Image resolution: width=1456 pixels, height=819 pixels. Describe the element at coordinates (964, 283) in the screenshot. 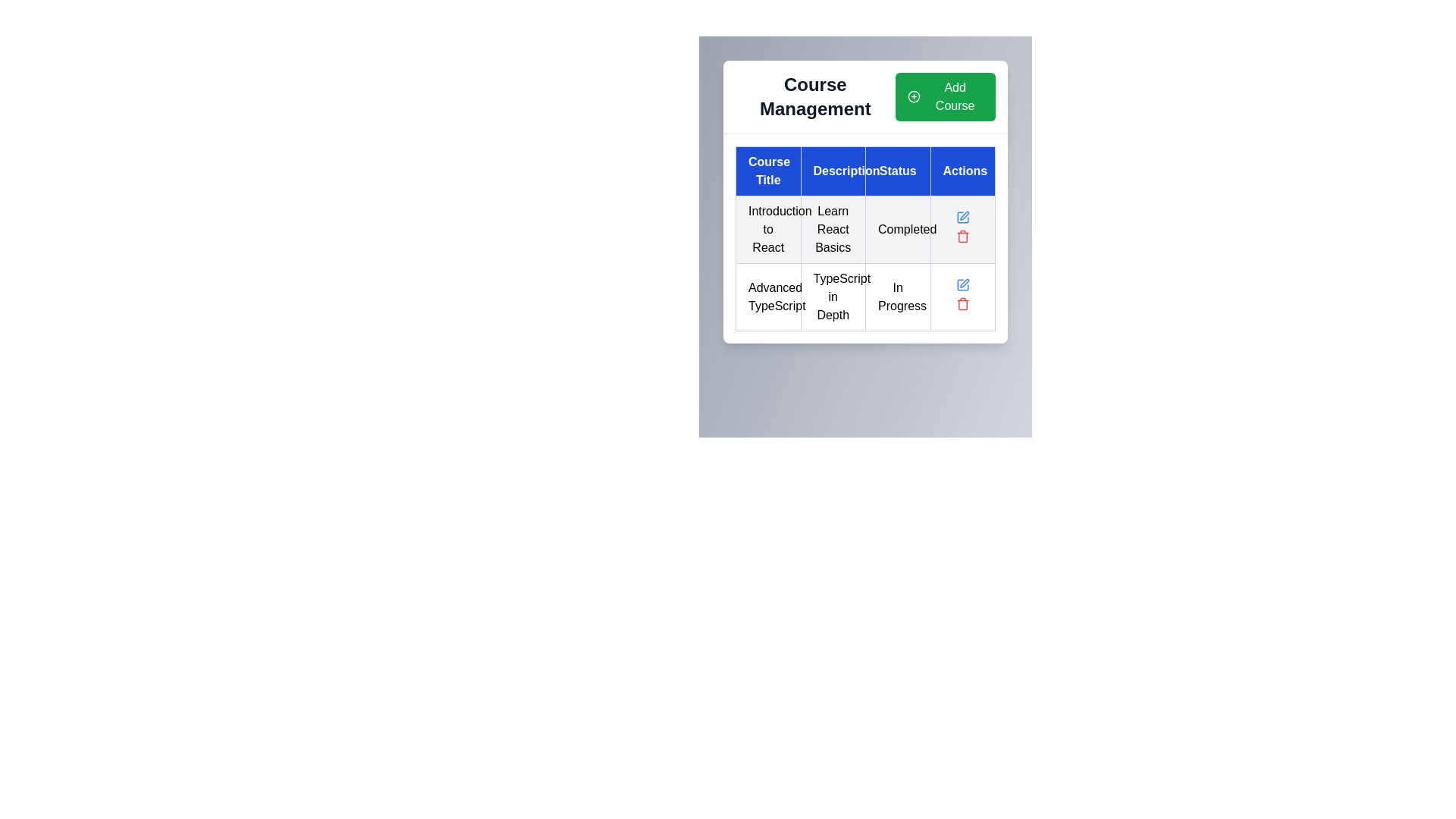

I see `the pen icon button in the Actions column of the second row` at that location.